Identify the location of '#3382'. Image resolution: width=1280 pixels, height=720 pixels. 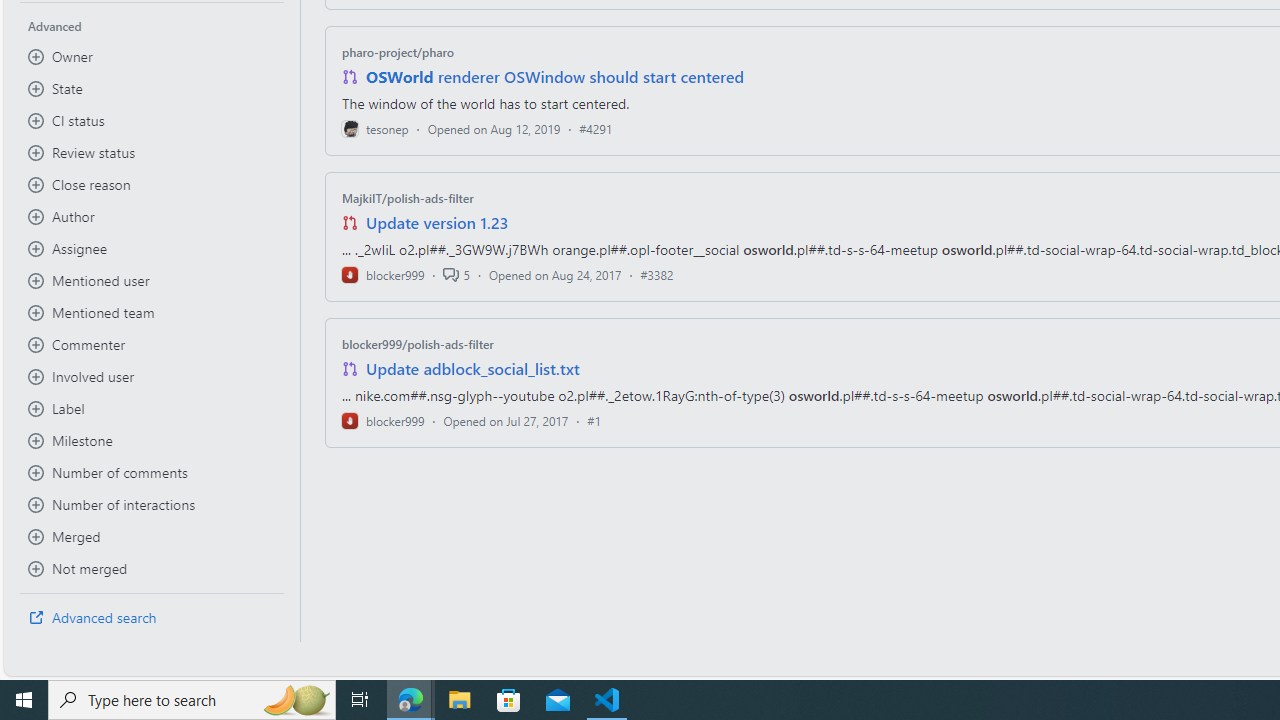
(657, 274).